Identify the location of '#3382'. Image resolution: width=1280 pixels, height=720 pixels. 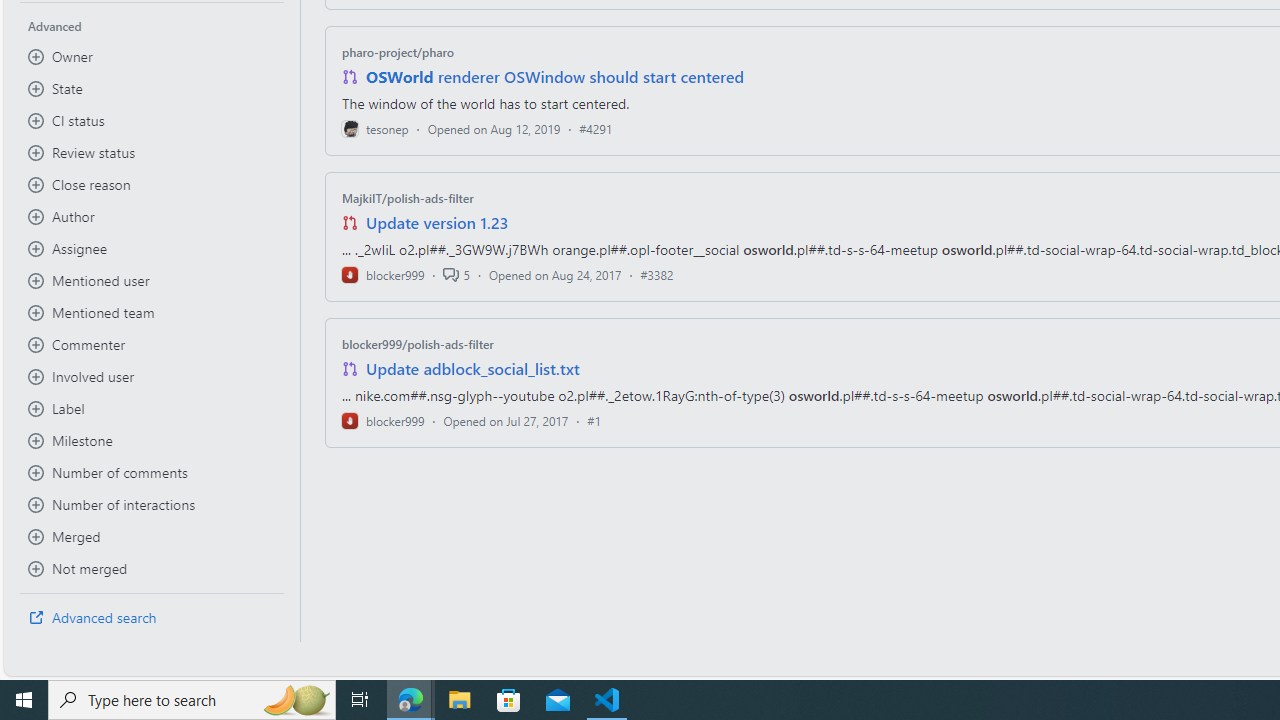
(657, 274).